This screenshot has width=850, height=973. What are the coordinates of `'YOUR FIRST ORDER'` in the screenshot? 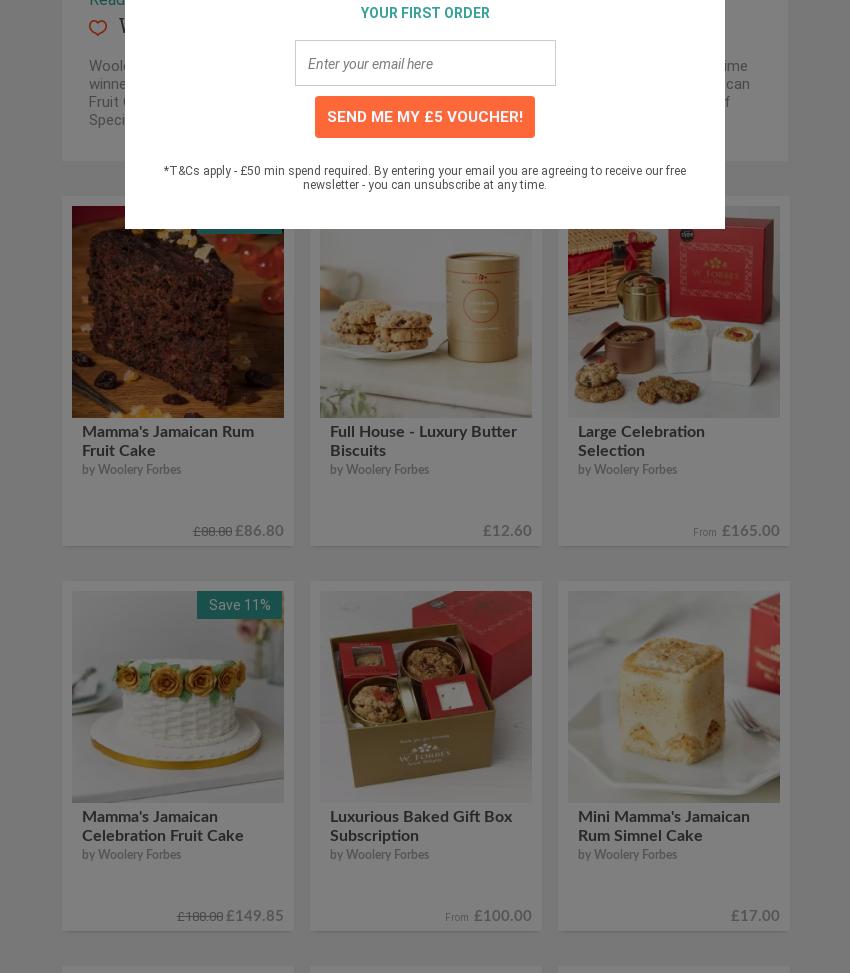 It's located at (424, 11).